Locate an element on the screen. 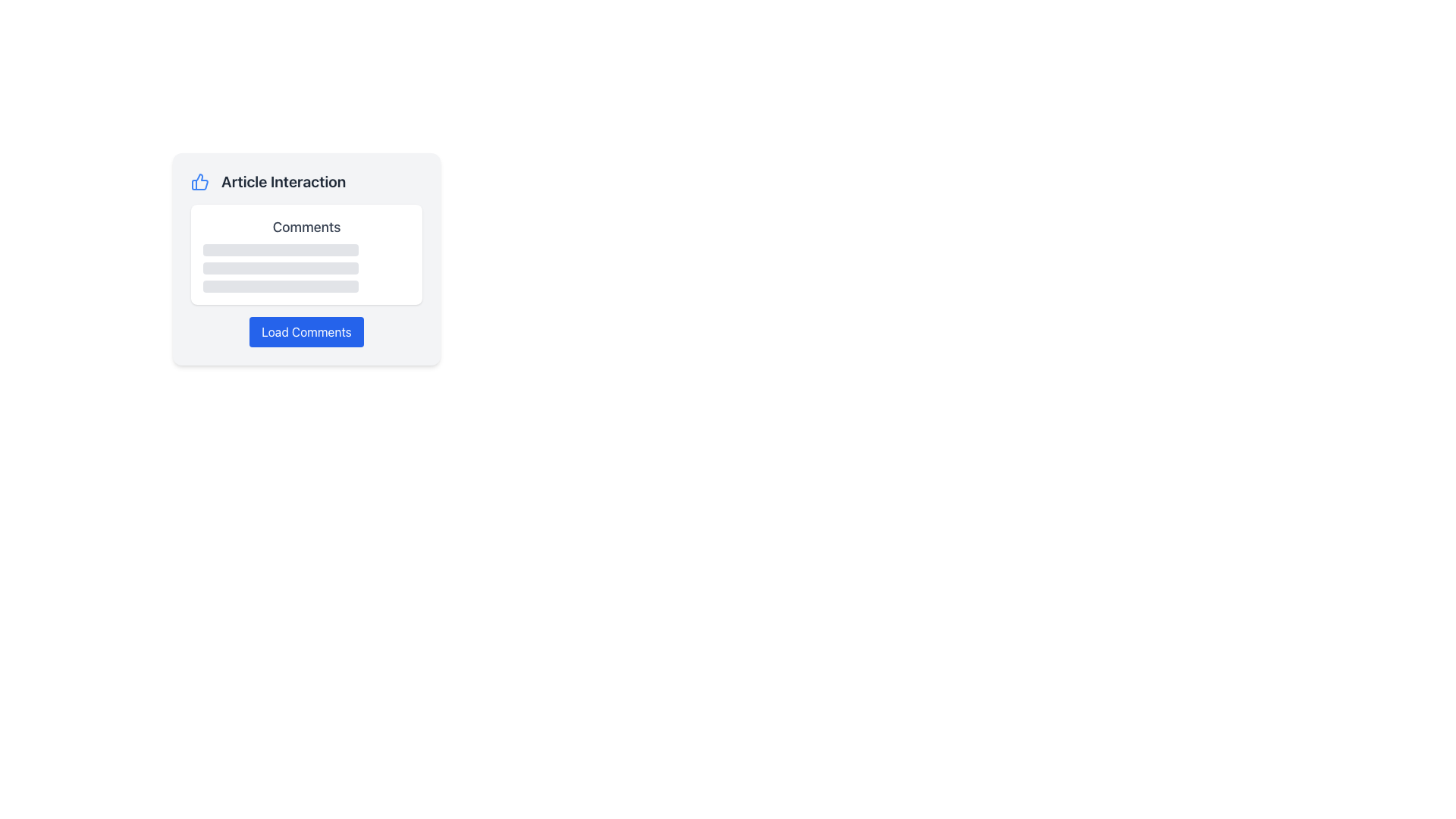  the blue thumbs-up icon representing approval or like, which is the main body of the thumbs-up shape is located at coordinates (199, 180).